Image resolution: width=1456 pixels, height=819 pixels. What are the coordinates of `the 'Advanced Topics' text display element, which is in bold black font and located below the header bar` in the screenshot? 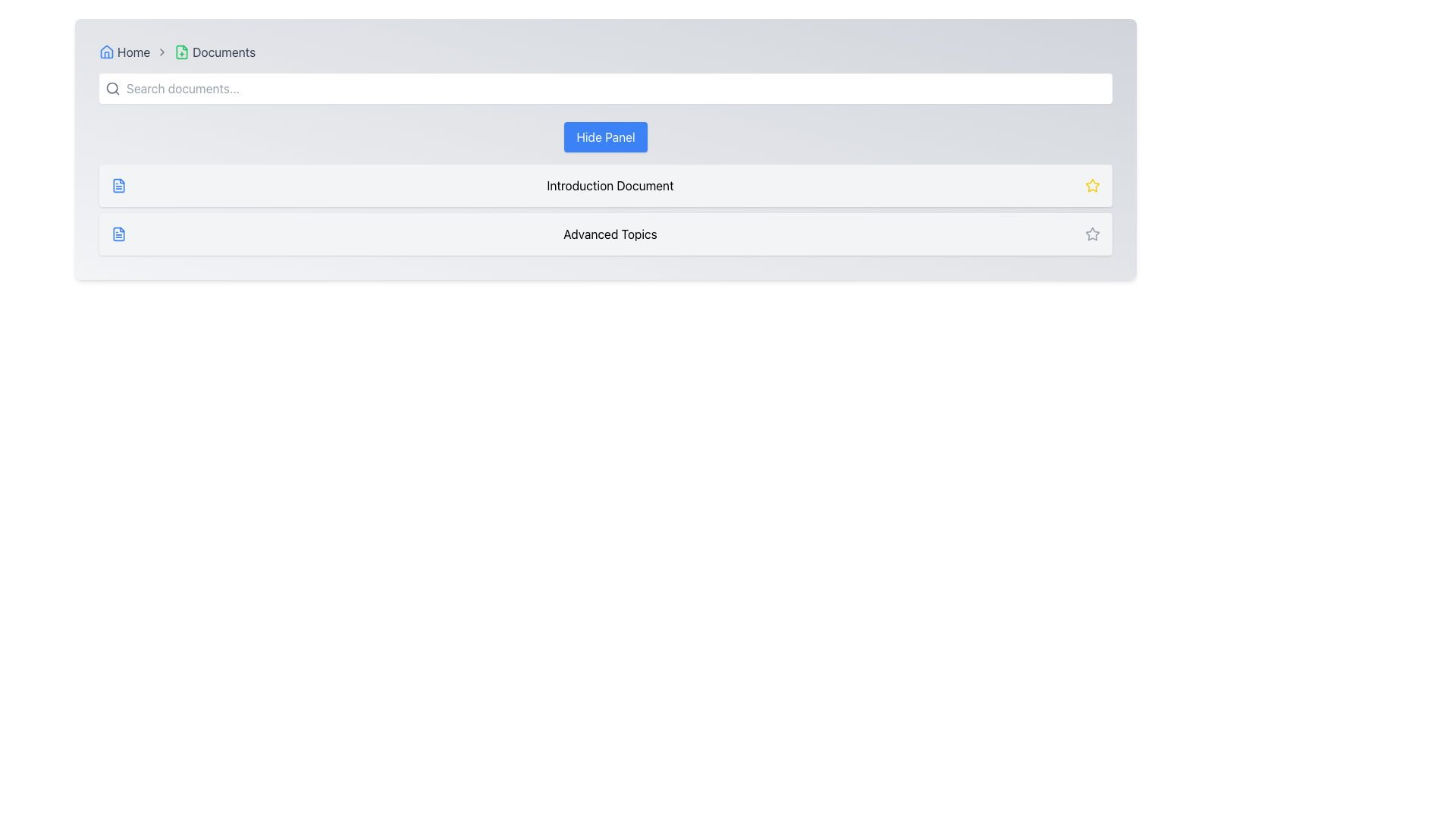 It's located at (610, 234).